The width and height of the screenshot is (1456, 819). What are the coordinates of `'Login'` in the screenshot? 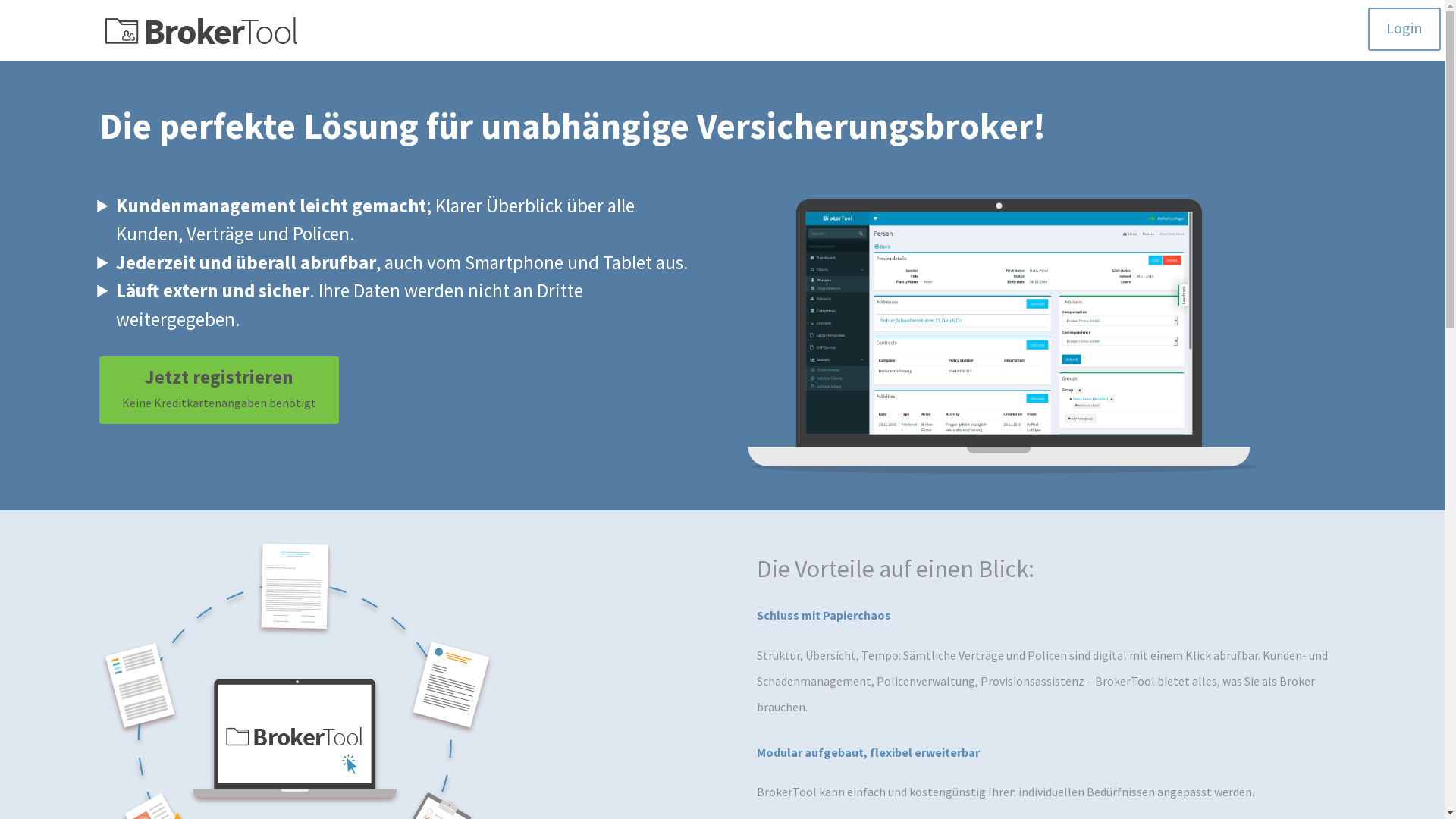 It's located at (1404, 29).